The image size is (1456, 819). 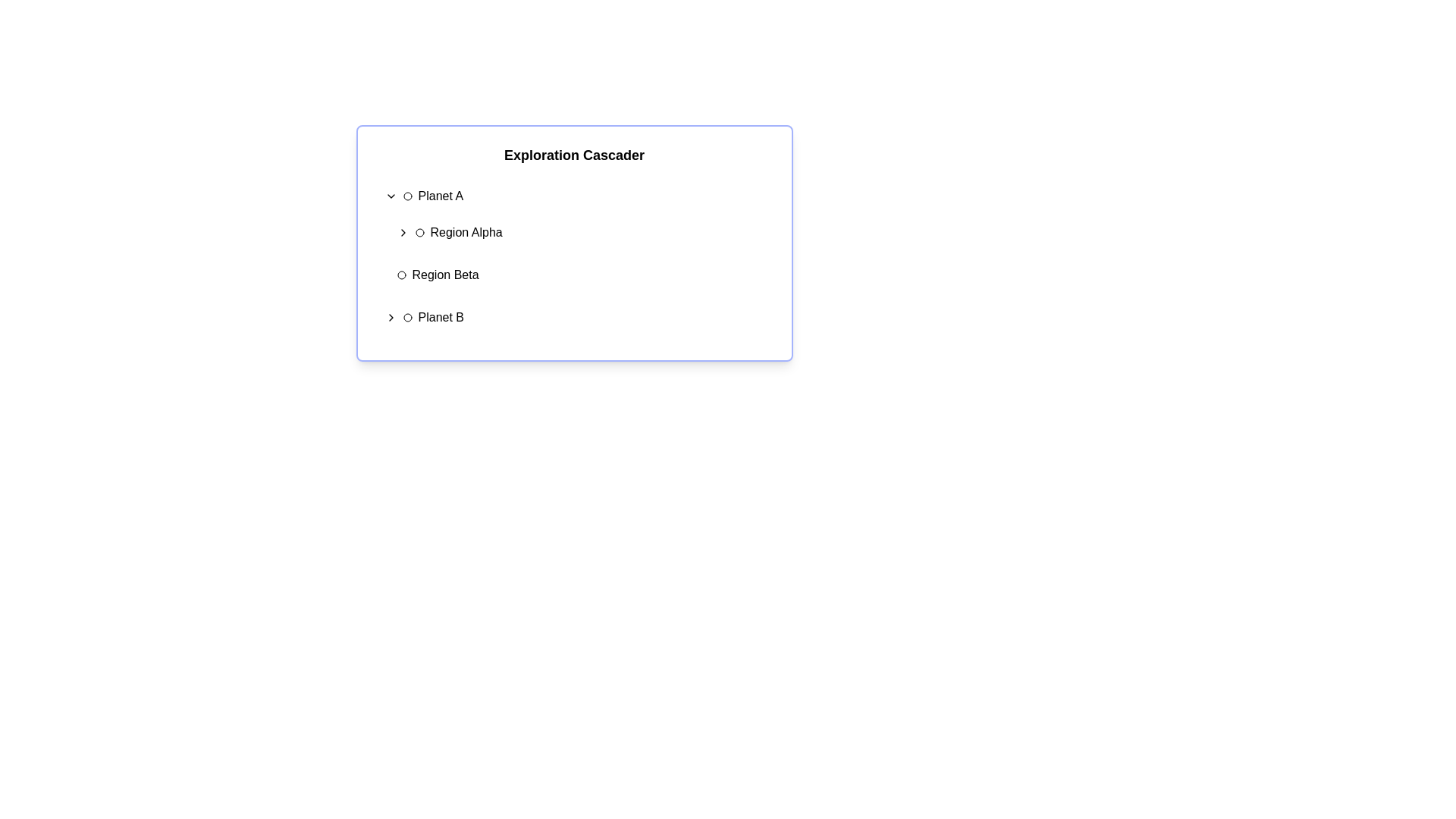 What do you see at coordinates (407, 195) in the screenshot?
I see `the circular hollow ring icon located to the left of the text 'Planet A'` at bounding box center [407, 195].